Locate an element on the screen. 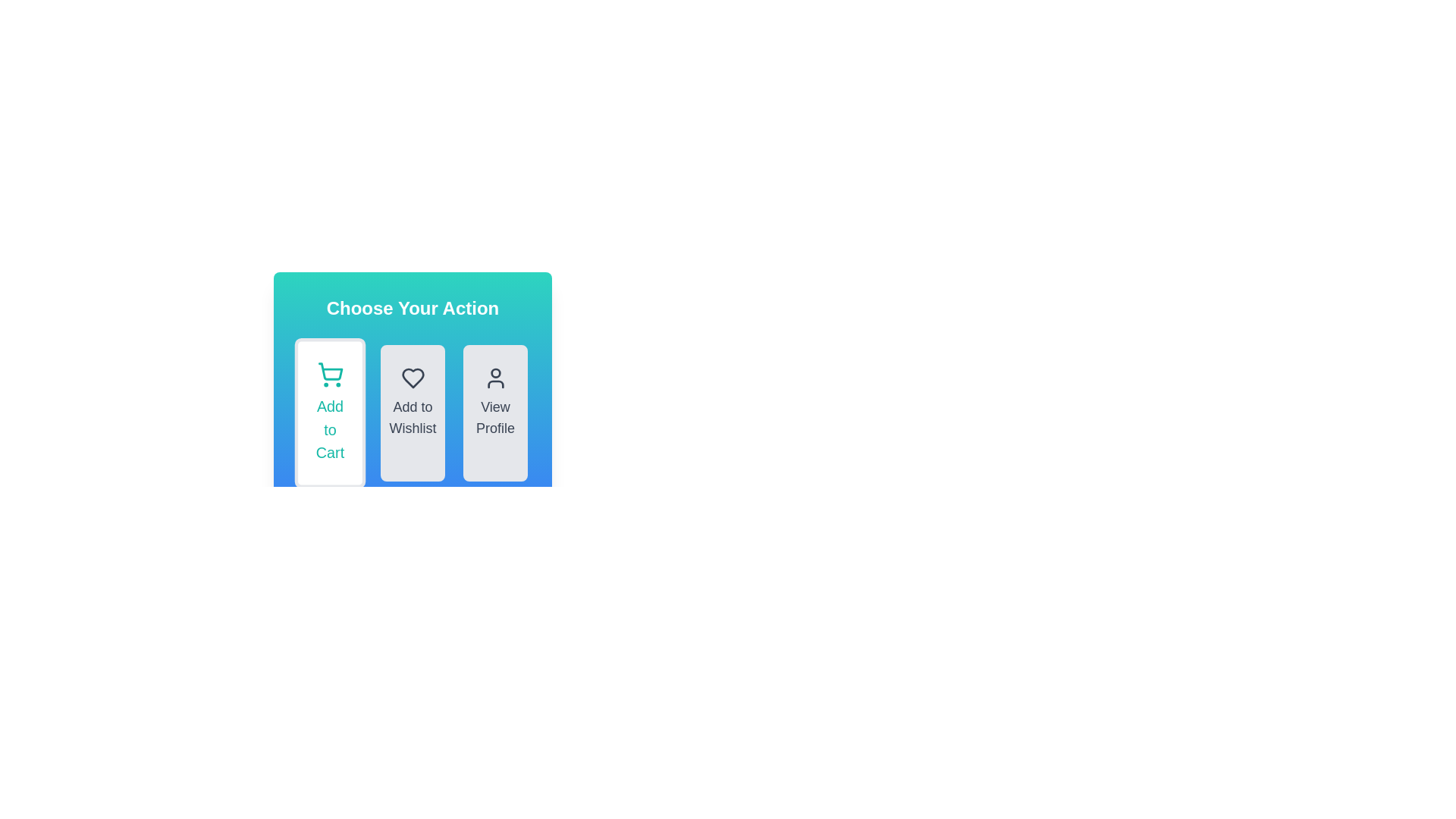  the button in the center of the group of three buttons is located at coordinates (413, 413).